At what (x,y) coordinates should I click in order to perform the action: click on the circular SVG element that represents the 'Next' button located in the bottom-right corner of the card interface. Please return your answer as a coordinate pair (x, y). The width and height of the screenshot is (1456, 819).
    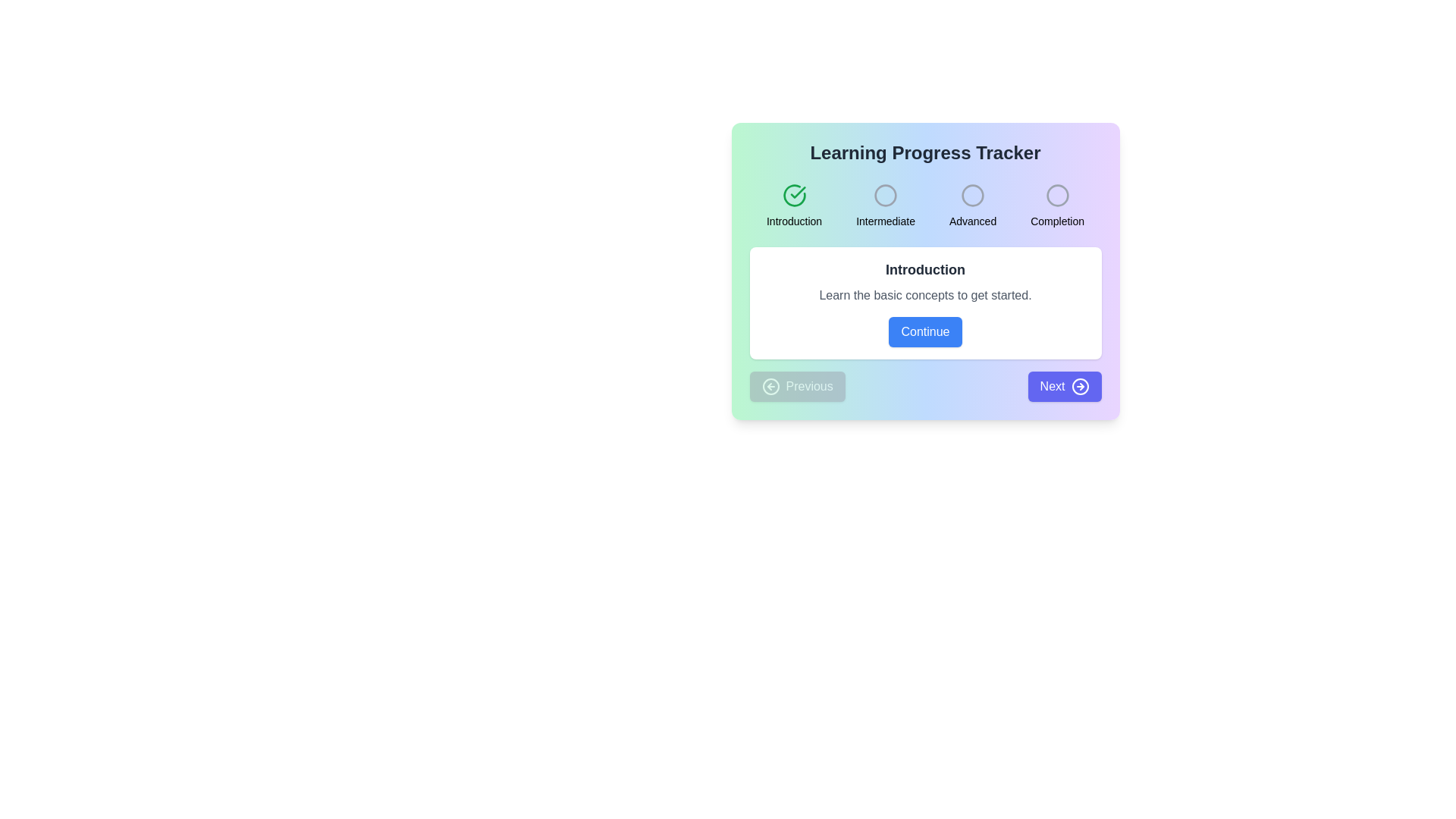
    Looking at the image, I should click on (1079, 385).